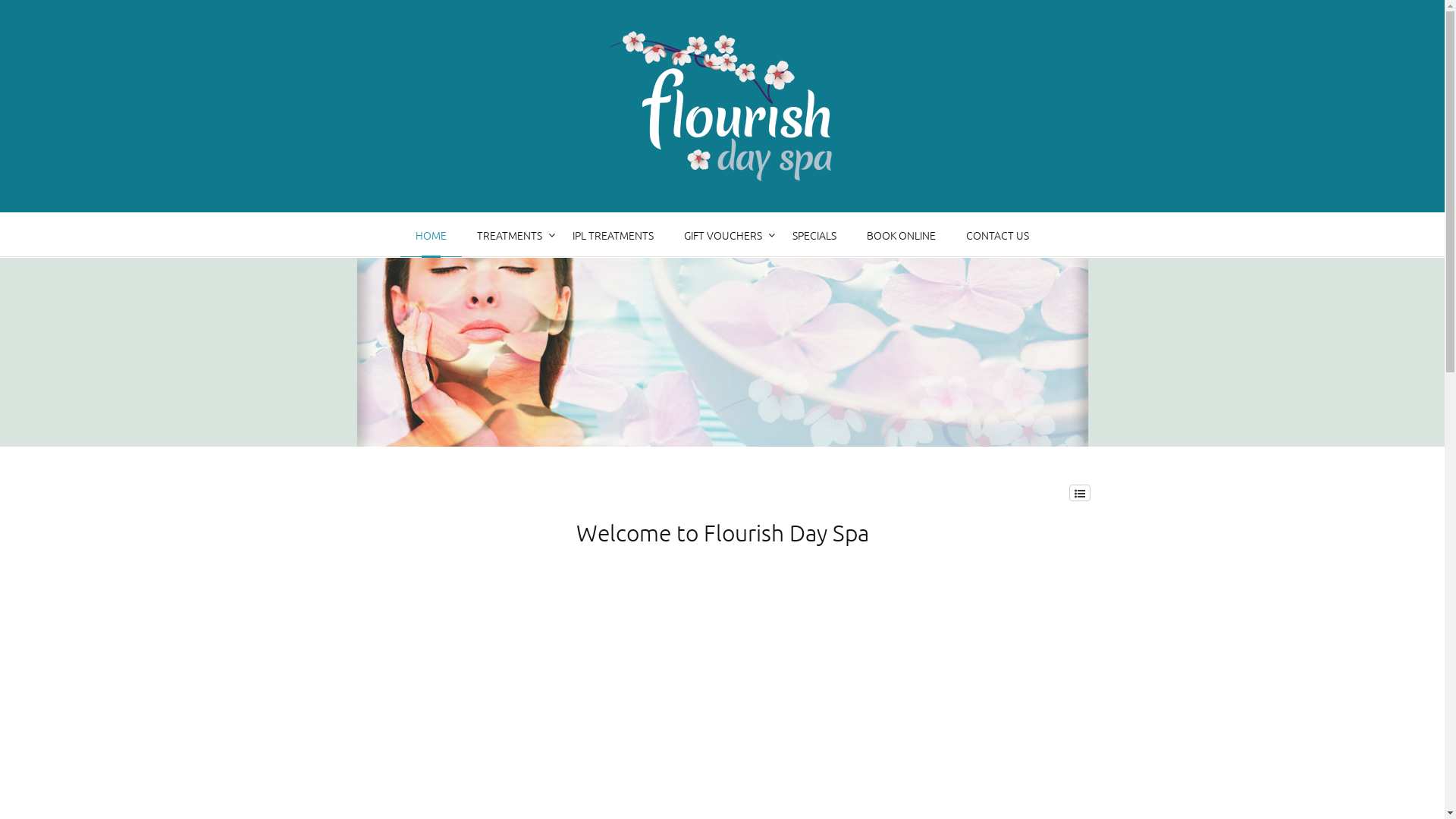 The width and height of the screenshot is (1456, 819). I want to click on 'GIFT VOUCHERS', so click(722, 234).